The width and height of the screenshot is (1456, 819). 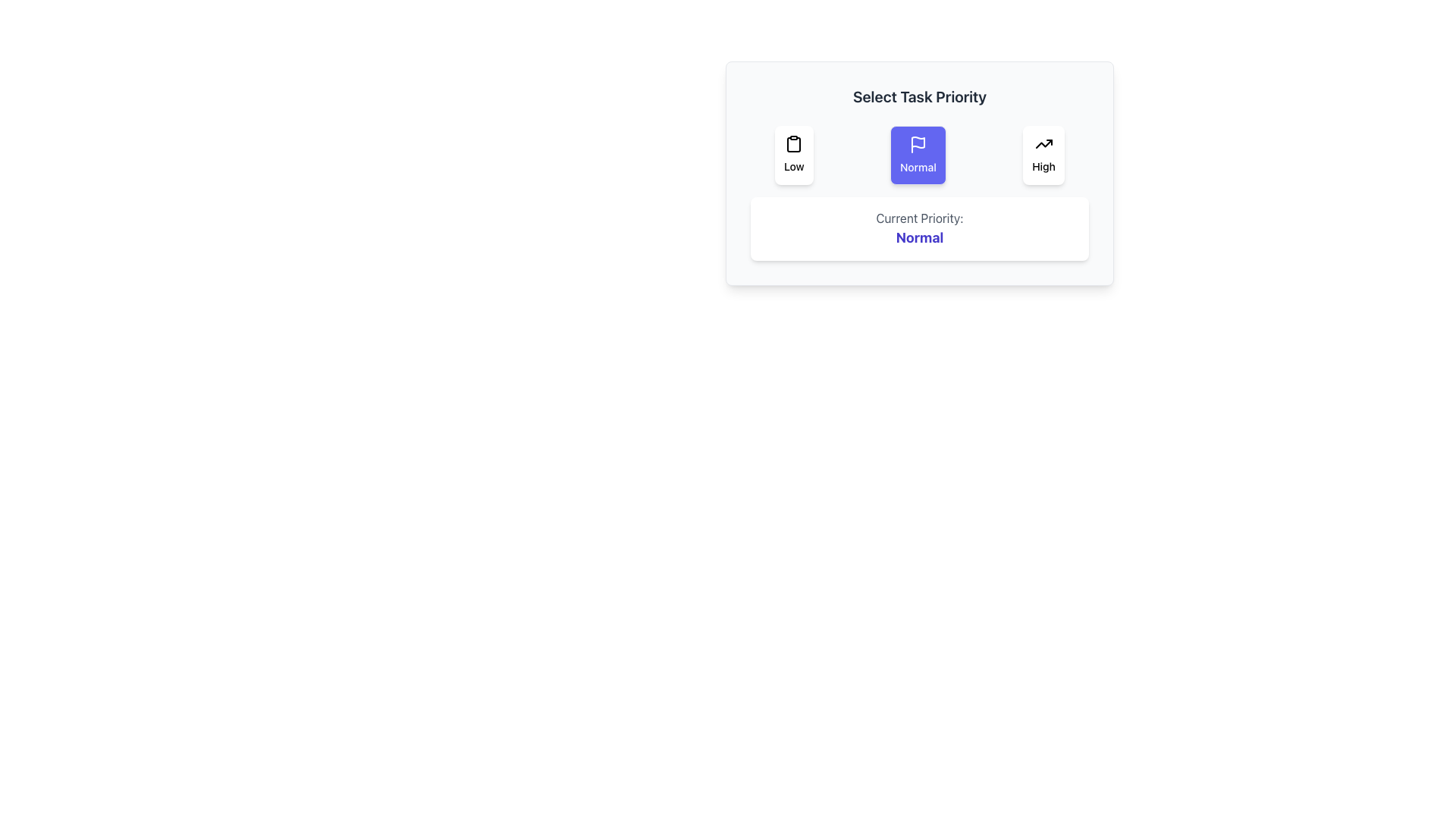 I want to click on the 'Low' priority button, which is styled with a white background and displays a clipboard icon, so click(x=793, y=155).